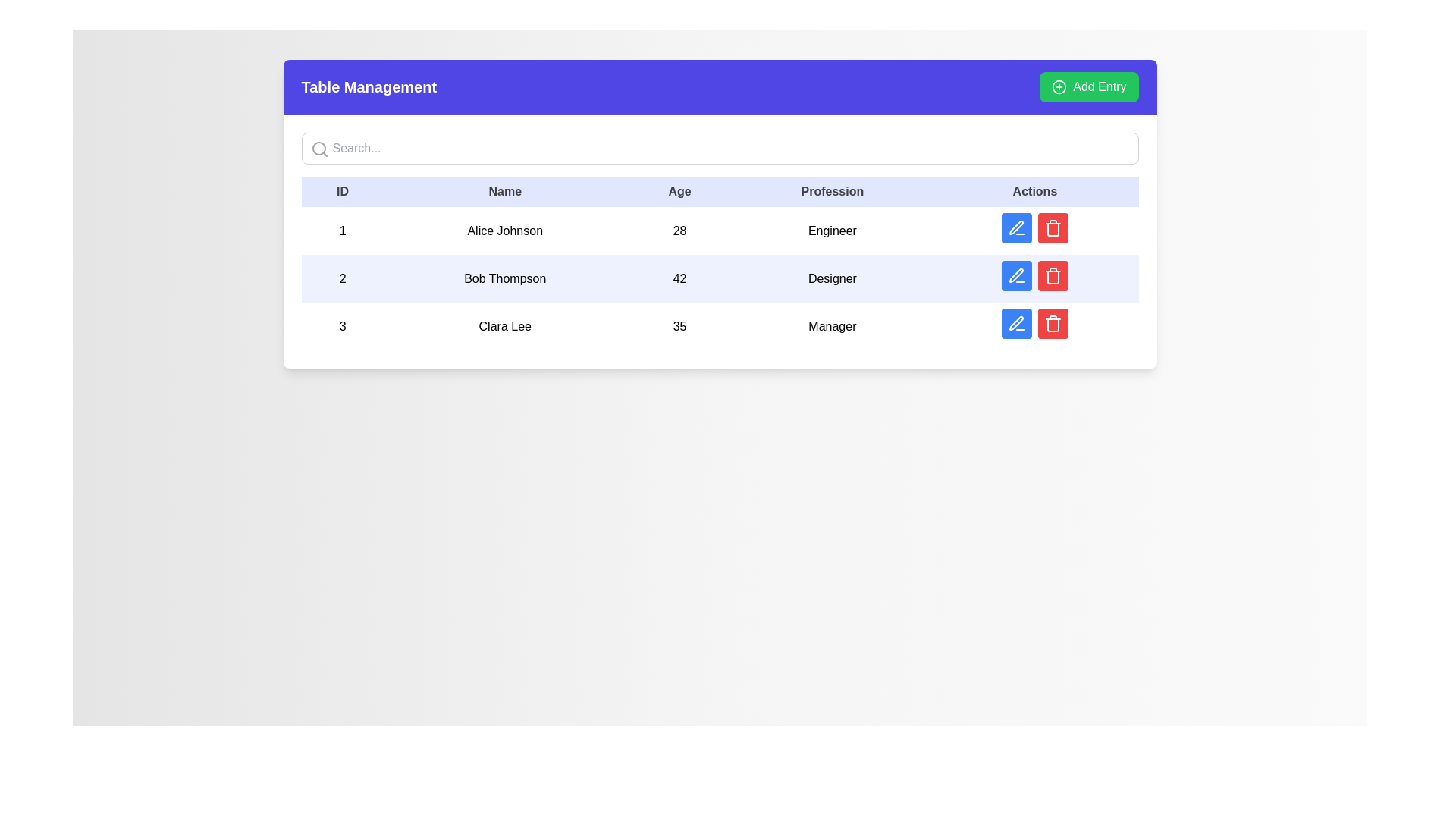 The height and width of the screenshot is (819, 1456). What do you see at coordinates (1059, 87) in the screenshot?
I see `the circular Icon component with a visible border located within the 'Add Entry' button` at bounding box center [1059, 87].